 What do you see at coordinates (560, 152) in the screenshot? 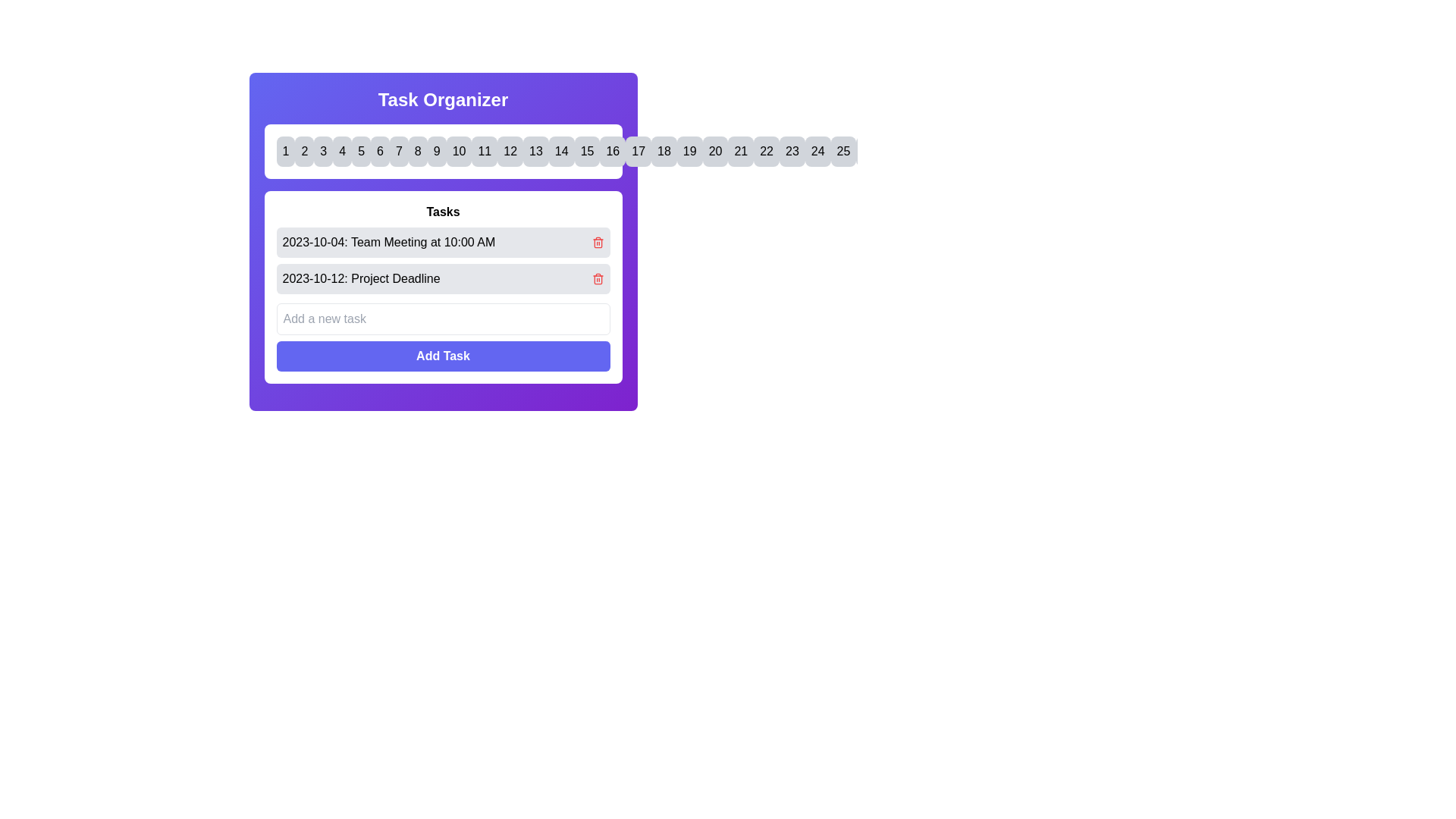
I see `the button labeled '14' with a light gray background and black text` at bounding box center [560, 152].